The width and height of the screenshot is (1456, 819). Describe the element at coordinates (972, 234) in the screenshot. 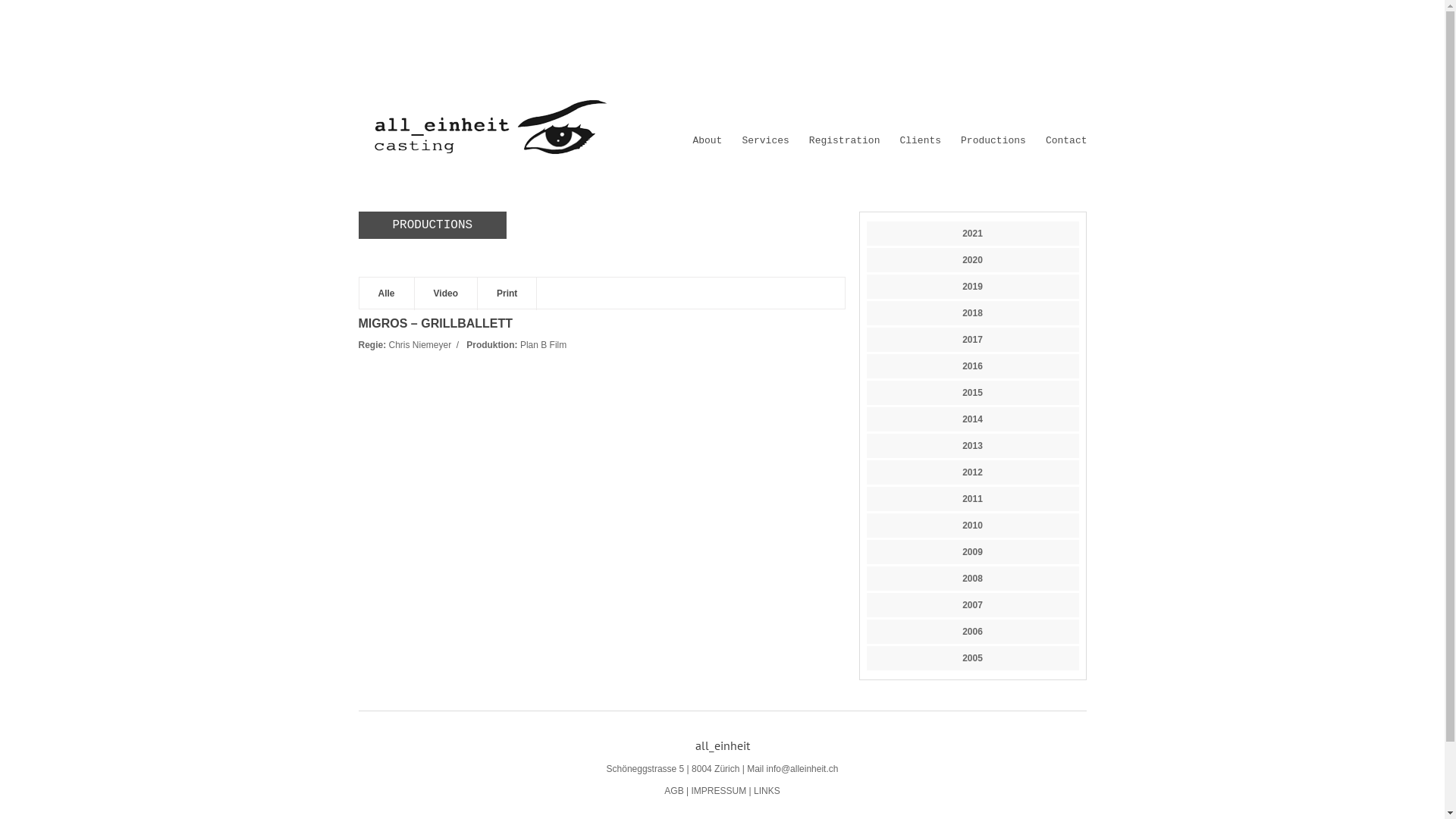

I see `'2021'` at that location.